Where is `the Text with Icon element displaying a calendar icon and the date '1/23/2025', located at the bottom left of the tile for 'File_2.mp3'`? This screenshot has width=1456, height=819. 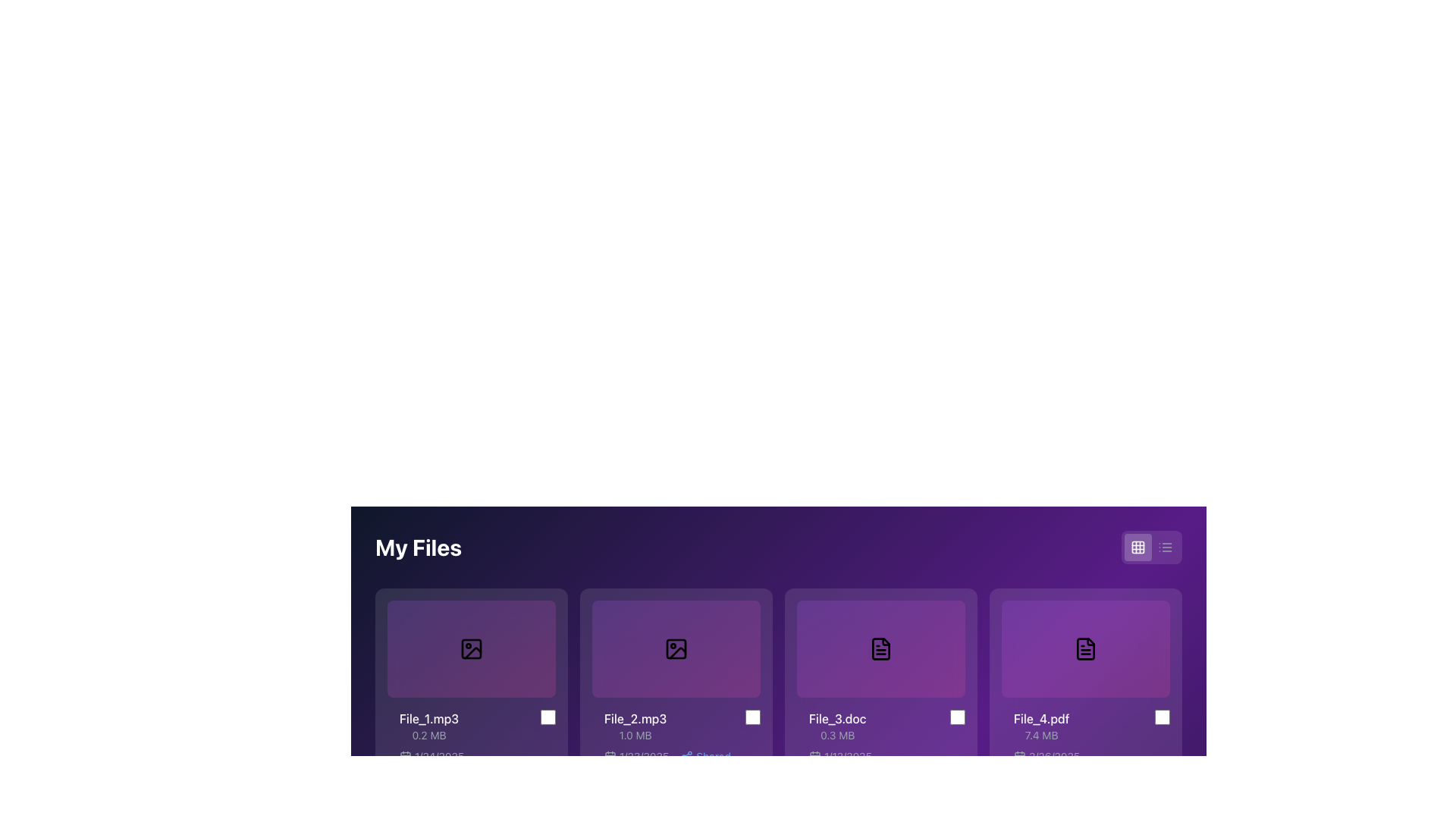 the Text with Icon element displaying a calendar icon and the date '1/23/2025', located at the bottom left of the tile for 'File_2.mp3' is located at coordinates (636, 757).